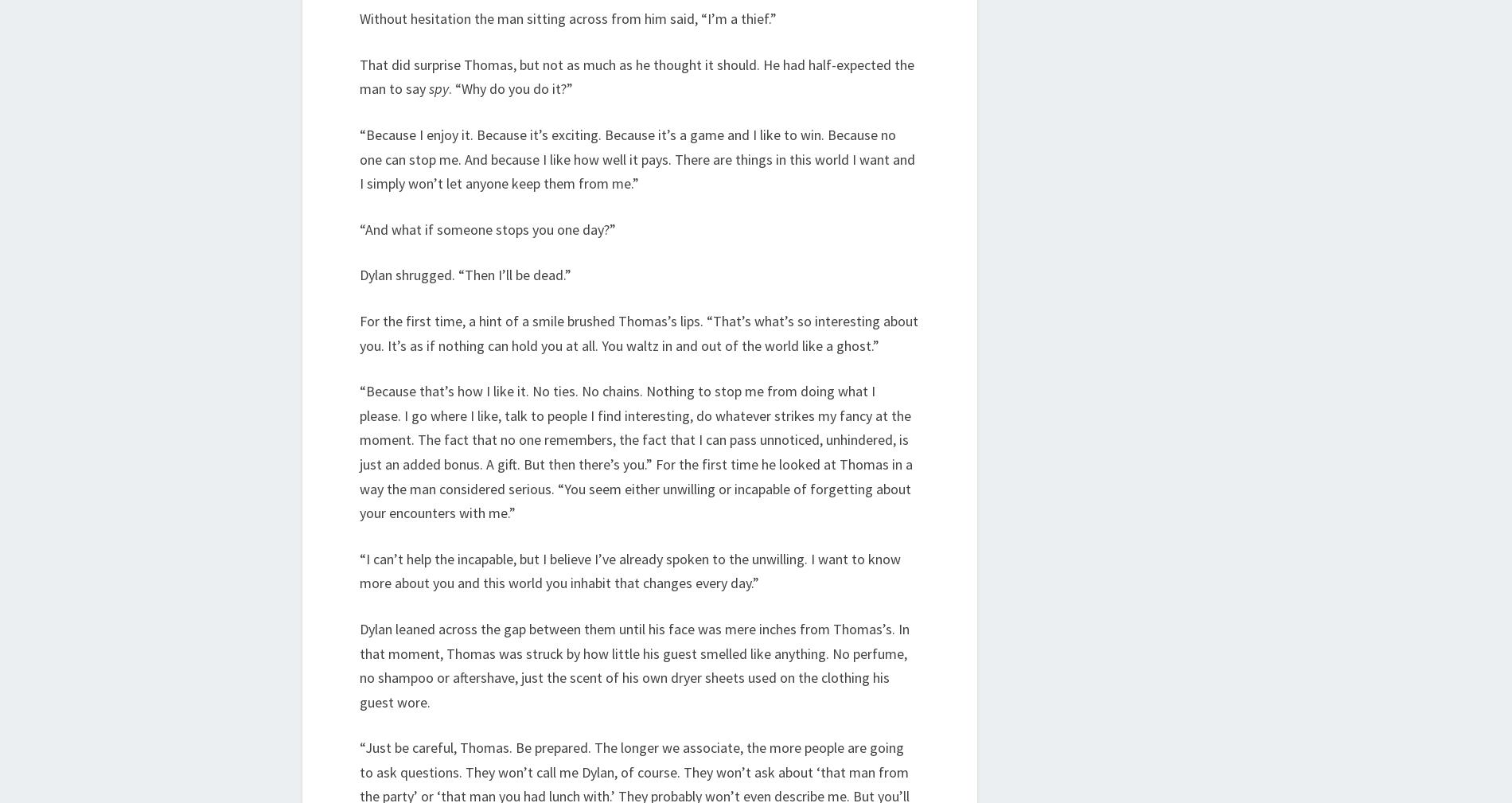 Image resolution: width=1512 pixels, height=803 pixels. Describe the element at coordinates (637, 158) in the screenshot. I see `'“Because I enjoy it. Because it’s exciting. Because it’s a game and I like to win. Because no one can stop me. And because I like how well it pays. There are things in this world I want and I simply won’t let anyone keep them from me.”'` at that location.